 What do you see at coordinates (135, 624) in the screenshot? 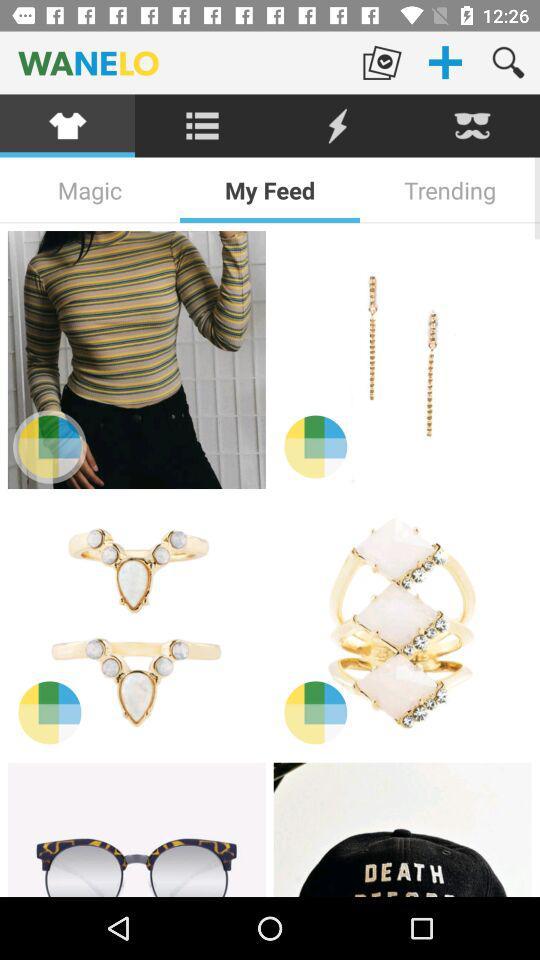
I see `image` at bounding box center [135, 624].